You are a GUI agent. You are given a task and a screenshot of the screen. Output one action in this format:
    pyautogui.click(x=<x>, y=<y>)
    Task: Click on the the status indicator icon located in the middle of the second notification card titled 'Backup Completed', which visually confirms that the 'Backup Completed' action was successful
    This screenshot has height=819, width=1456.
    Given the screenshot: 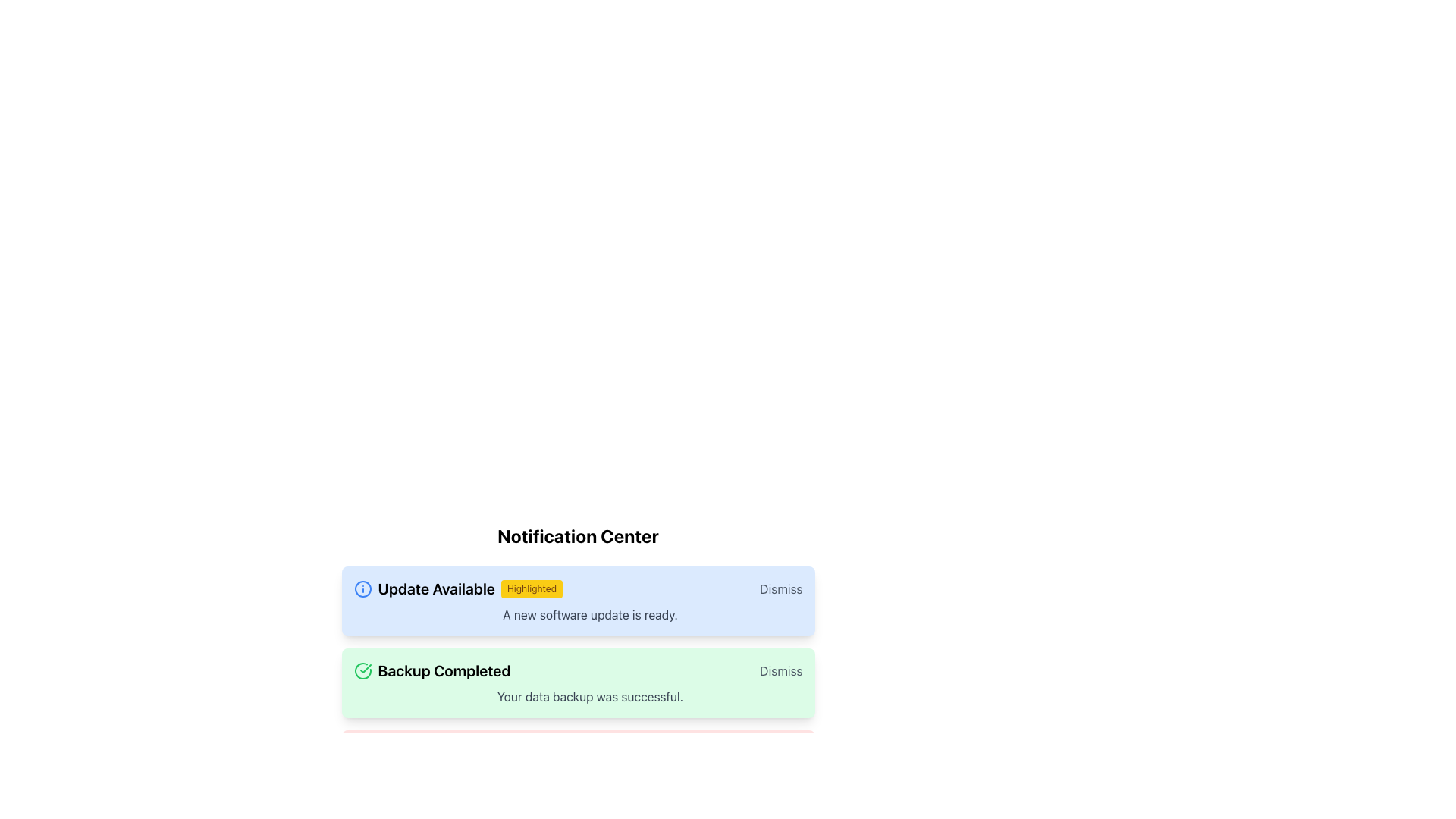 What is the action you would take?
    pyautogui.click(x=362, y=670)
    